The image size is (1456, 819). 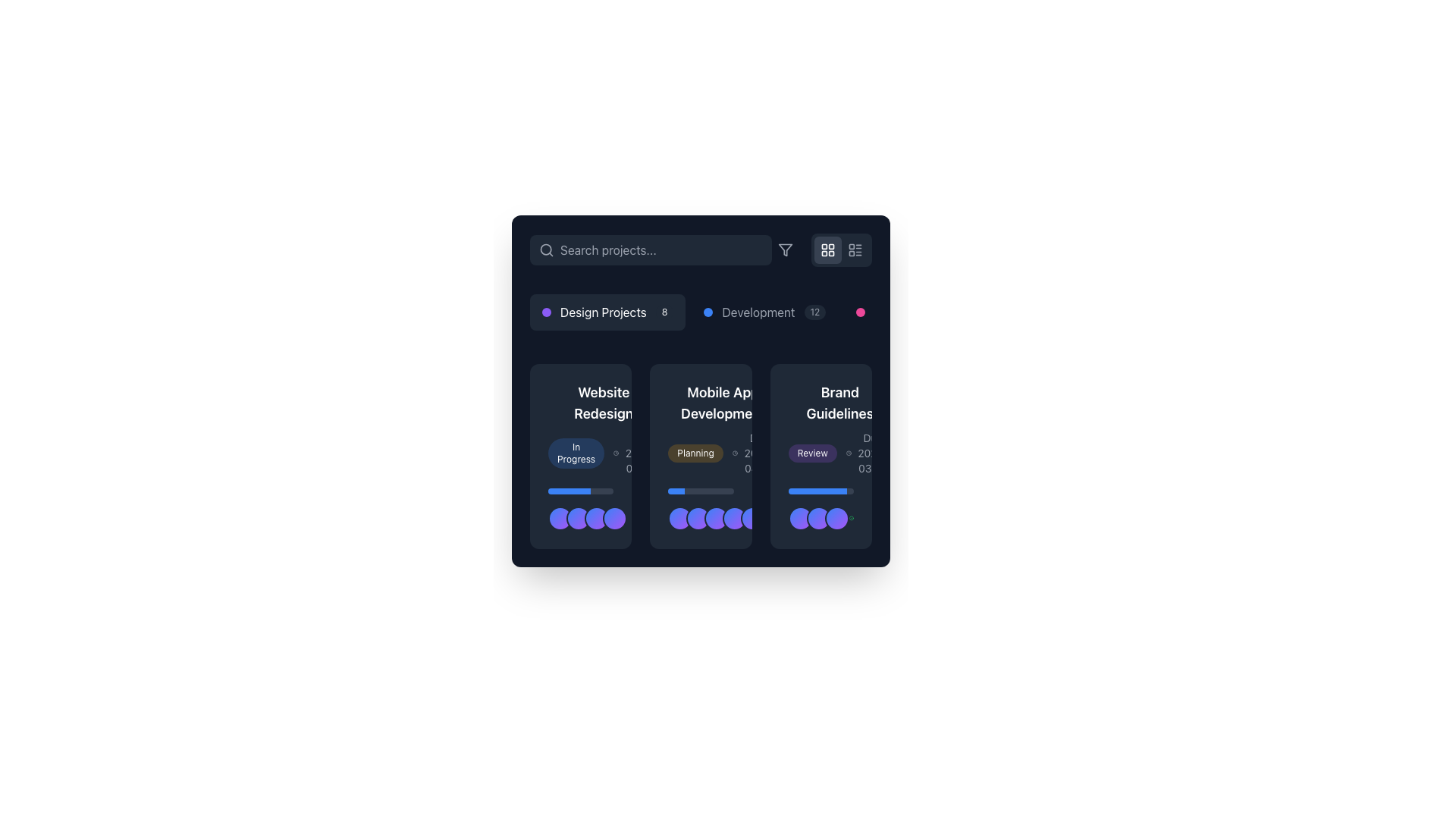 What do you see at coordinates (722, 403) in the screenshot?
I see `the text label displaying 'Mobile App Development' in bold white font, which is located at the top of a card layout` at bounding box center [722, 403].